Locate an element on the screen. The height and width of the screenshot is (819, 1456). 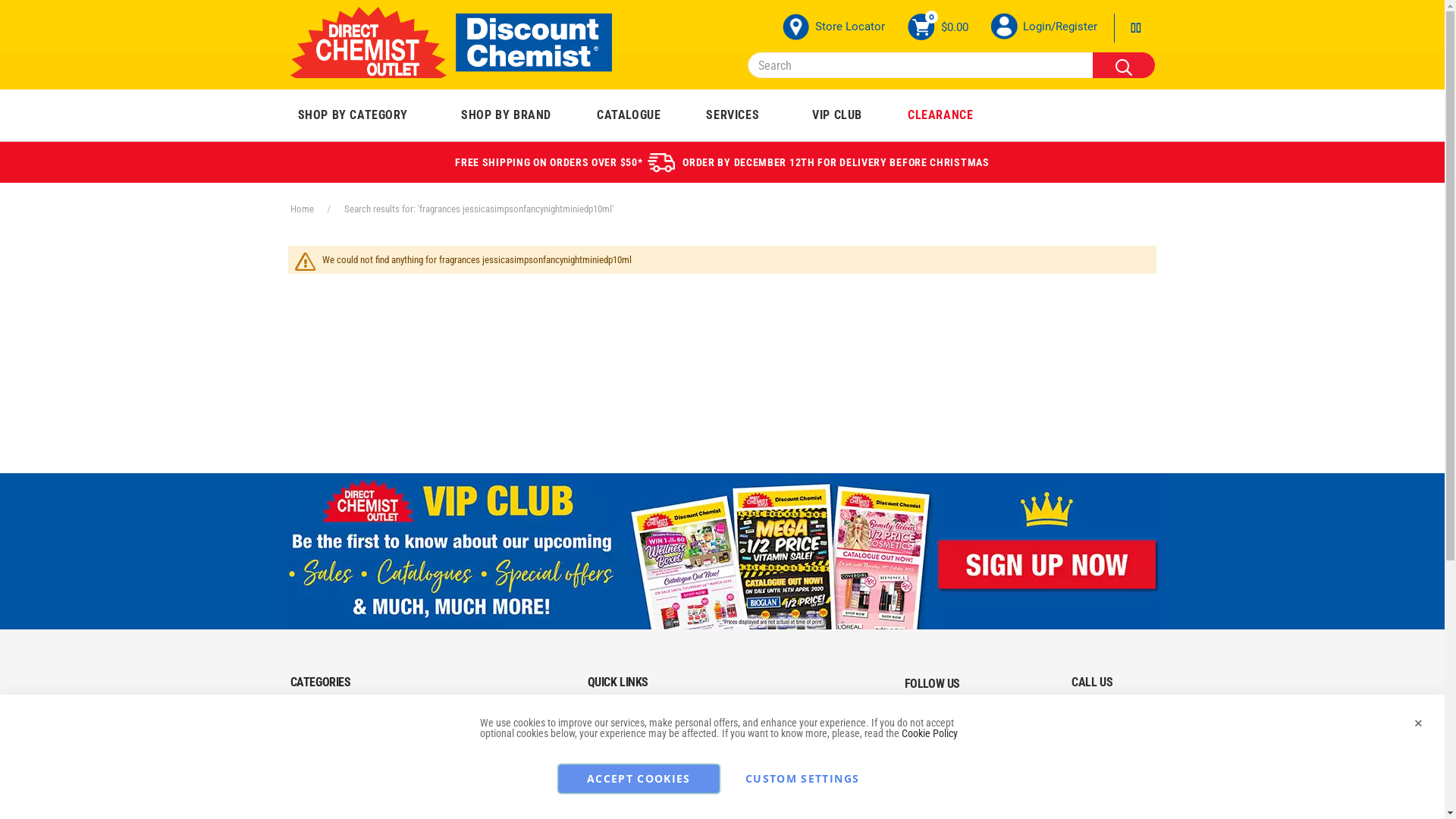
'Cookie Policy' is located at coordinates (901, 733).